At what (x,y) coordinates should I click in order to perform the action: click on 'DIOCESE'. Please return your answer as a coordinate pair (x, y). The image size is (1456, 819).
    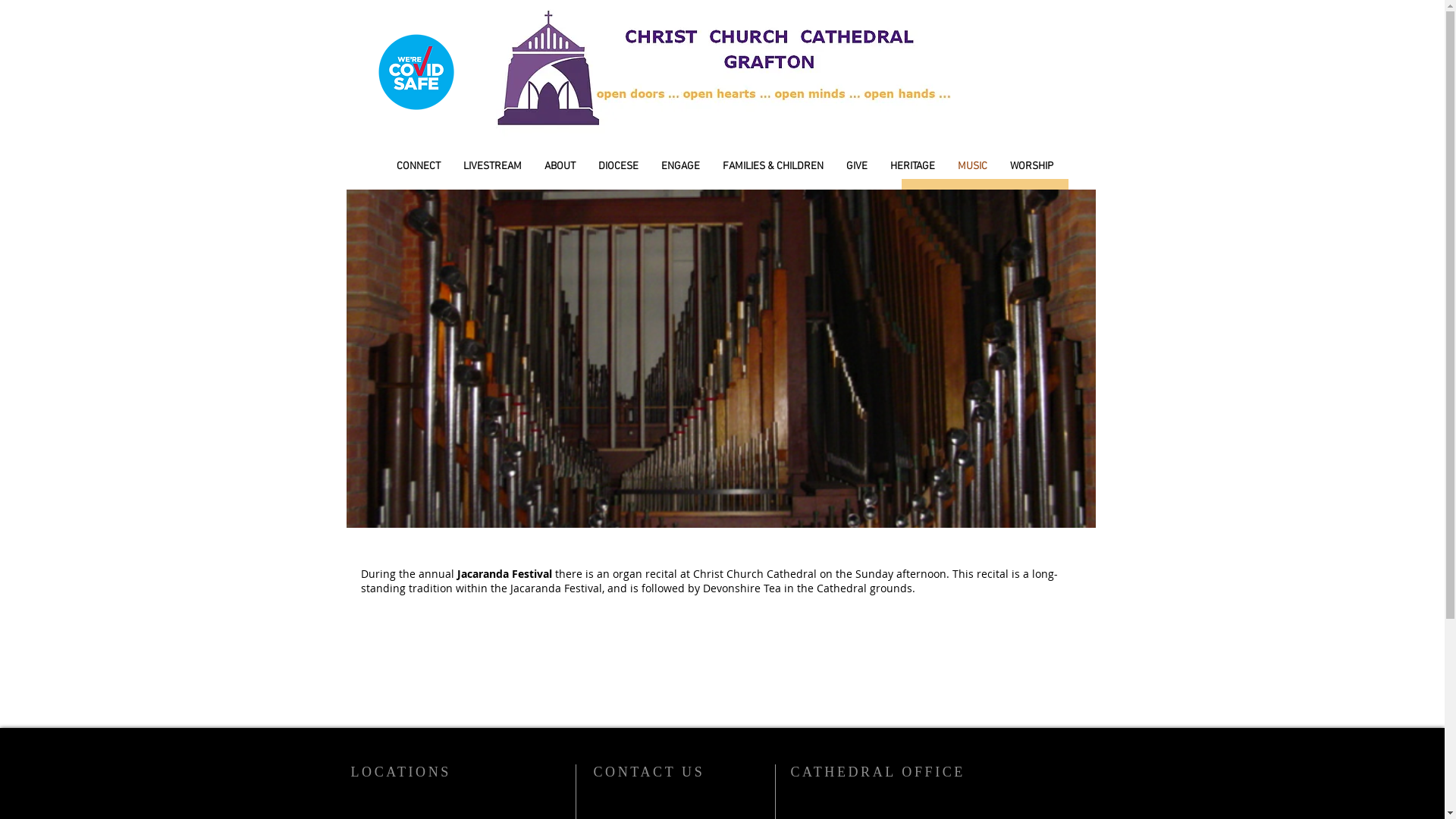
    Looking at the image, I should click on (618, 166).